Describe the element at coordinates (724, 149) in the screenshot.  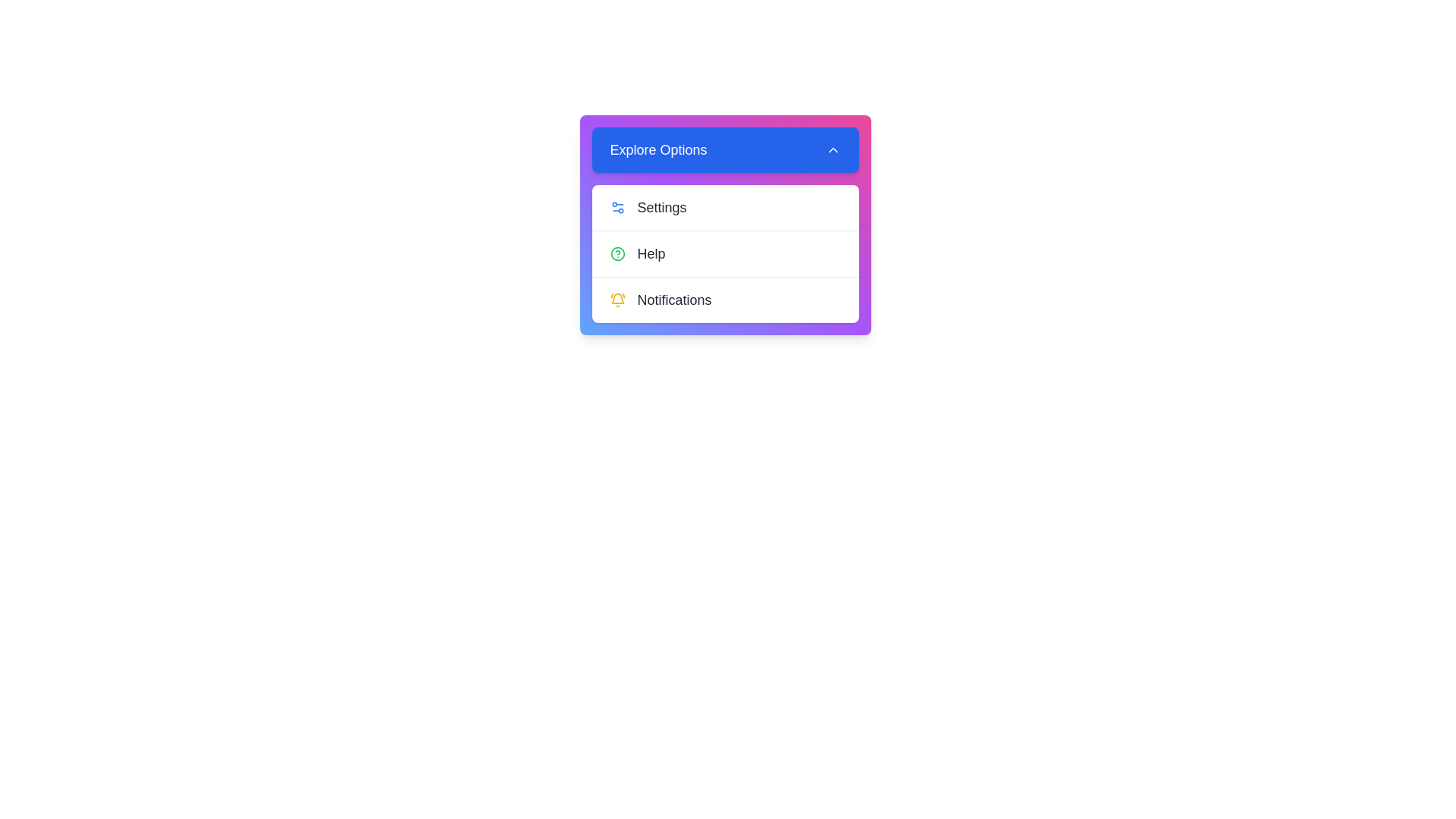
I see `the 'Explore Options' text` at that location.